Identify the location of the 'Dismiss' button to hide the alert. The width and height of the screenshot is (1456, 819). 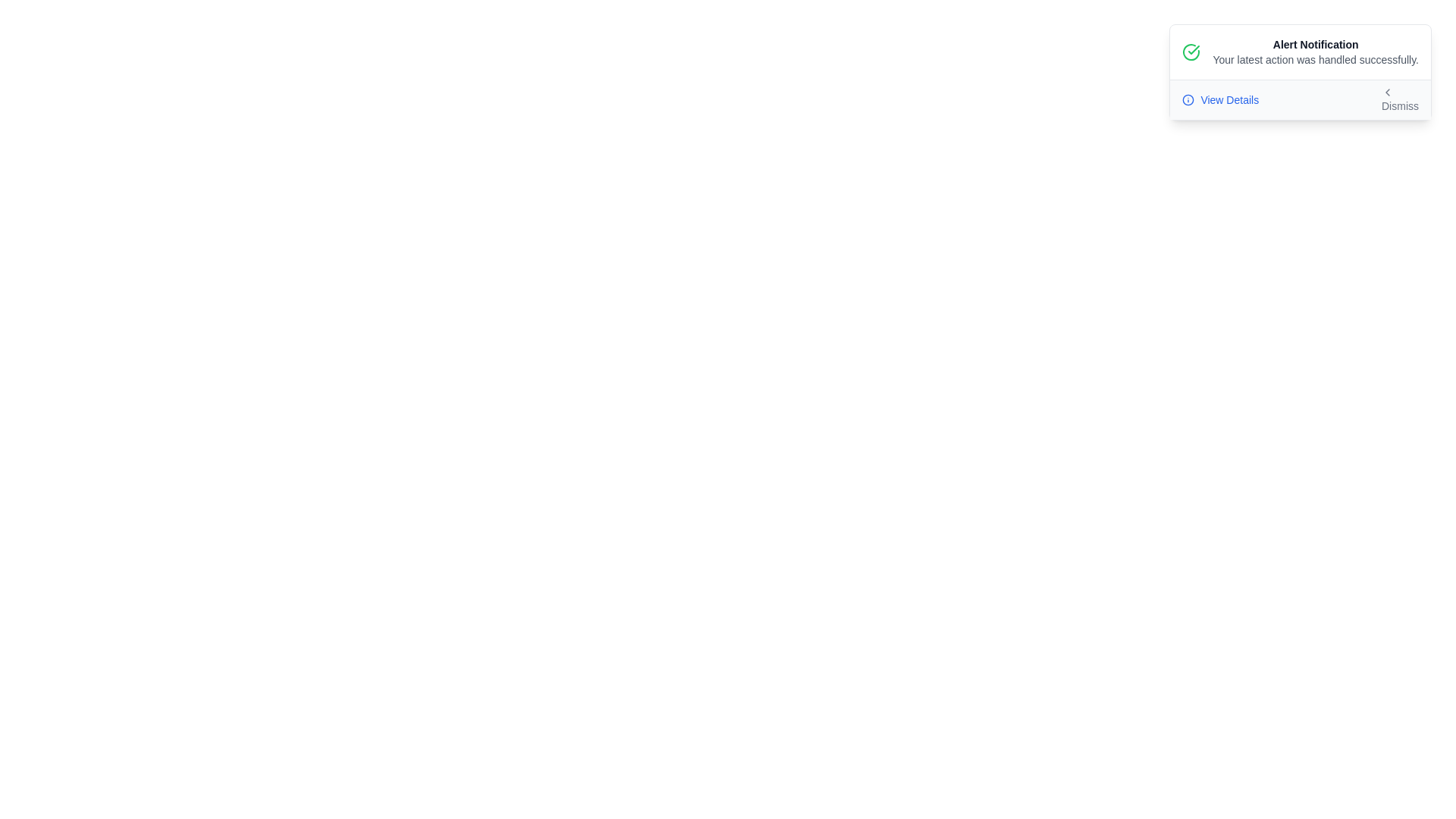
(1399, 99).